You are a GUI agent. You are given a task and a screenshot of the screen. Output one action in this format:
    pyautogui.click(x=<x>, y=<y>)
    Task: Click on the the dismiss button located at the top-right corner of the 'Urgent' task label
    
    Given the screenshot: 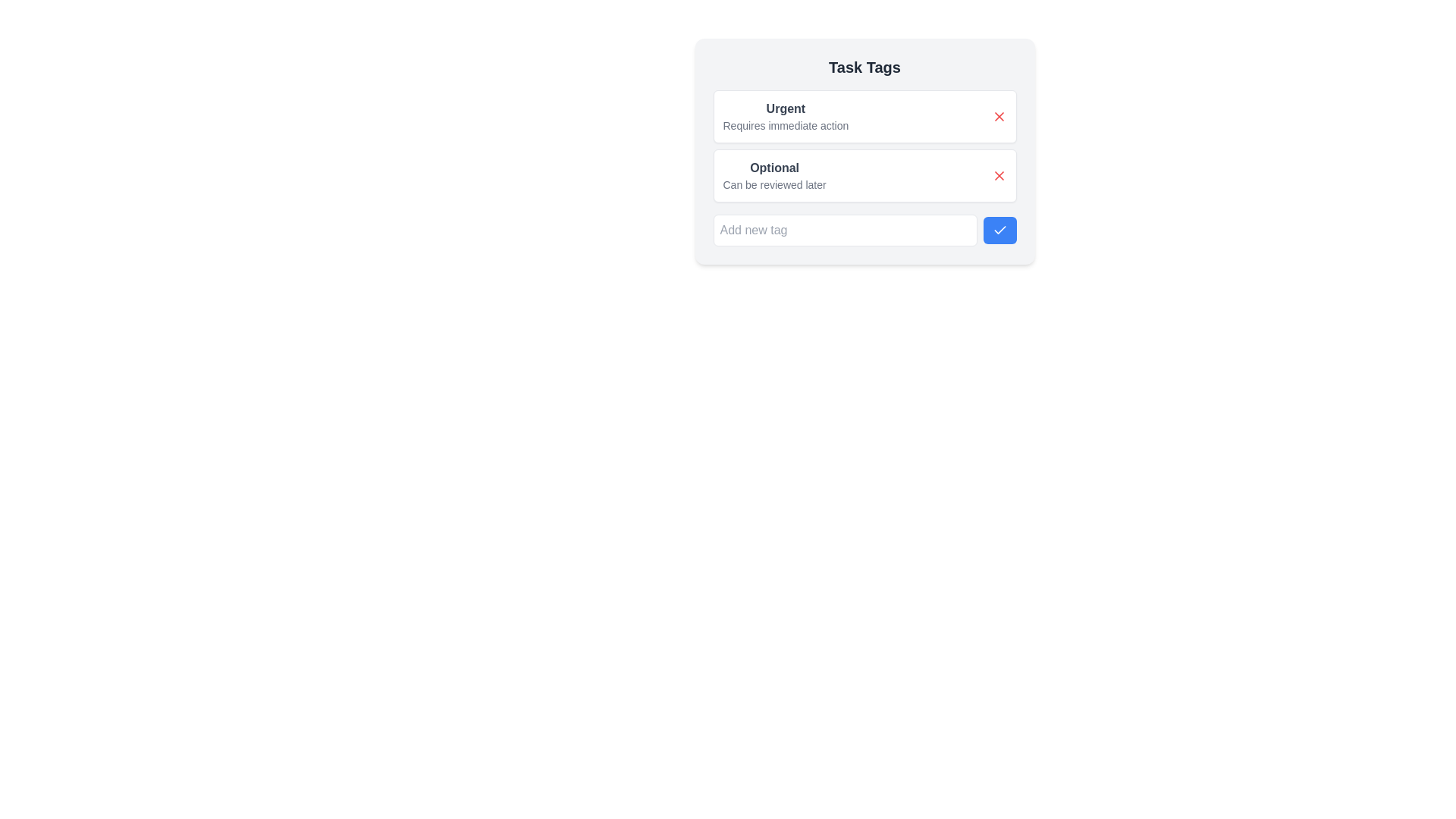 What is the action you would take?
    pyautogui.click(x=999, y=116)
    